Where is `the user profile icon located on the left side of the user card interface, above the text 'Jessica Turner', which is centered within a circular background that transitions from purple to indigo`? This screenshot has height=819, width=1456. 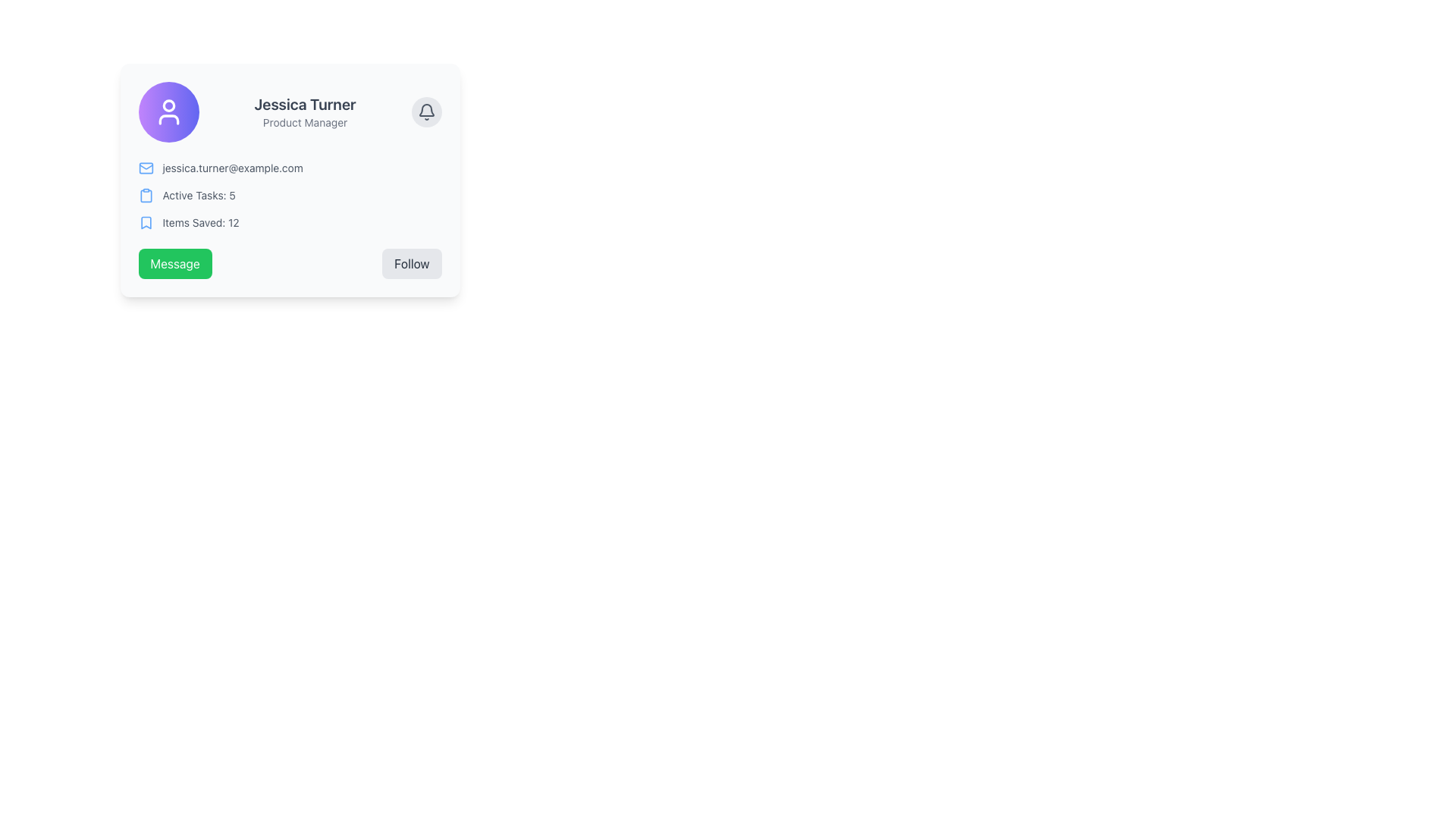 the user profile icon located on the left side of the user card interface, above the text 'Jessica Turner', which is centered within a circular background that transitions from purple to indigo is located at coordinates (168, 111).